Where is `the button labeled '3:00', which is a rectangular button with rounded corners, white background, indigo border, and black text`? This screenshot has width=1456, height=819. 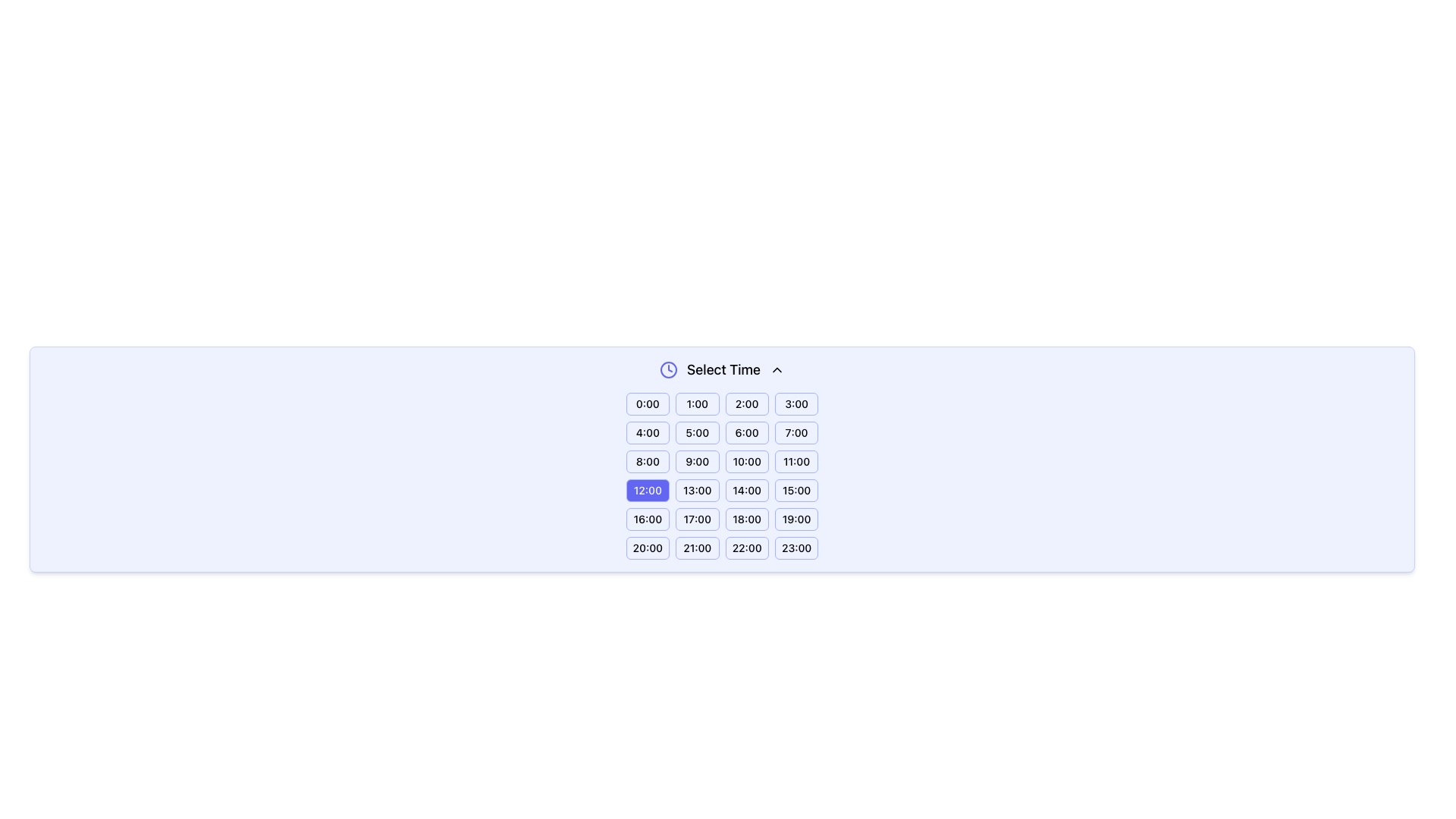
the button labeled '3:00', which is a rectangular button with rounded corners, white background, indigo border, and black text is located at coordinates (795, 403).